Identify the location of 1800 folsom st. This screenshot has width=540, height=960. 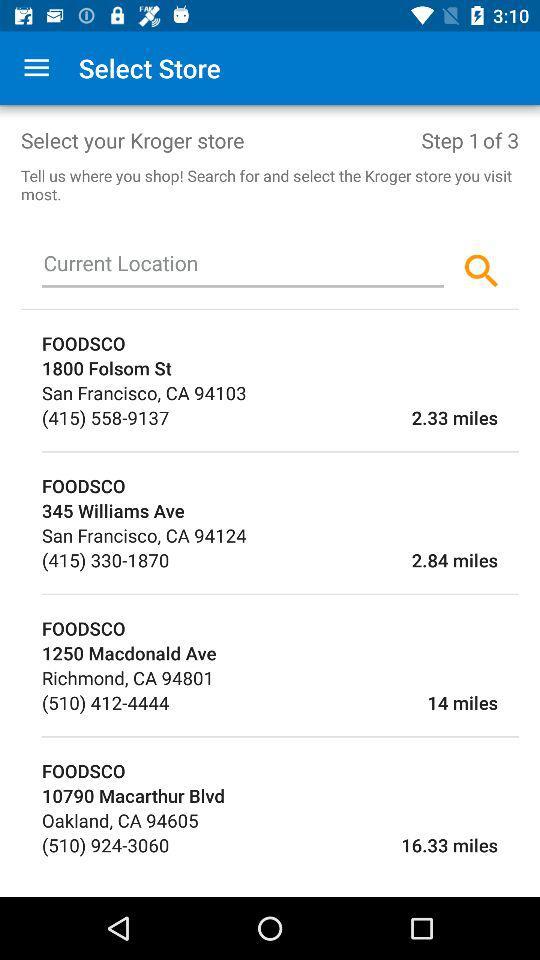
(279, 367).